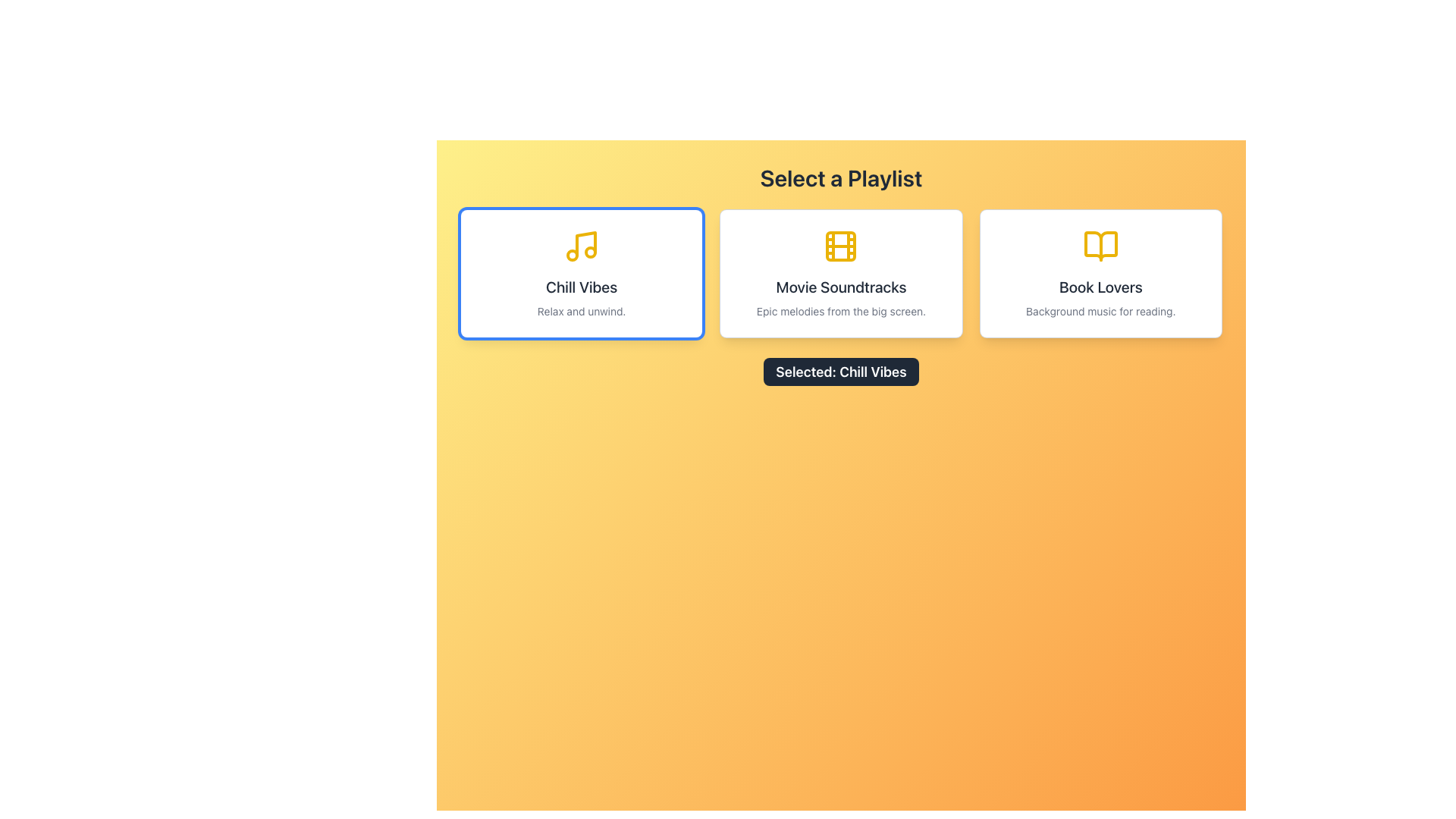 The image size is (1456, 819). Describe the element at coordinates (1100, 287) in the screenshot. I see `the text label that displays 'Book Lovers' located in the third card of a horizontal card list, positioned below the book icon and above the descriptive text` at that location.